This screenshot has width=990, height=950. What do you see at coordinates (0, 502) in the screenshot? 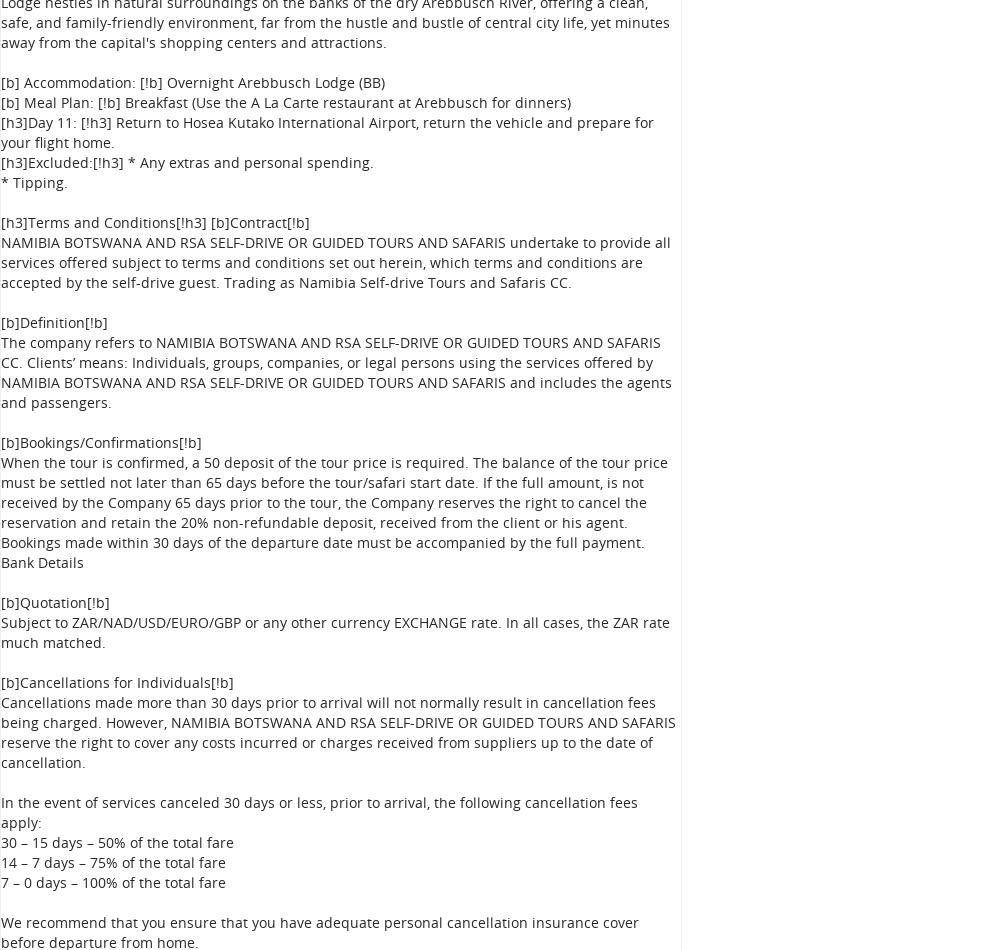
I see `'When the tour is confirmed, a 50 deposit of the tour price is required. The balance of the tour price must be settled not later than 65 days before the tour/safari start date. If the full amount, is not received by the Company 65 days prior to the tour, the Company reserves the right to cancel the reservation and retain the 20% non-refundable deposit, received from the client or his agent. Bookings made within 30 days of the departure date must be accompanied by the full payment.'` at bounding box center [0, 502].